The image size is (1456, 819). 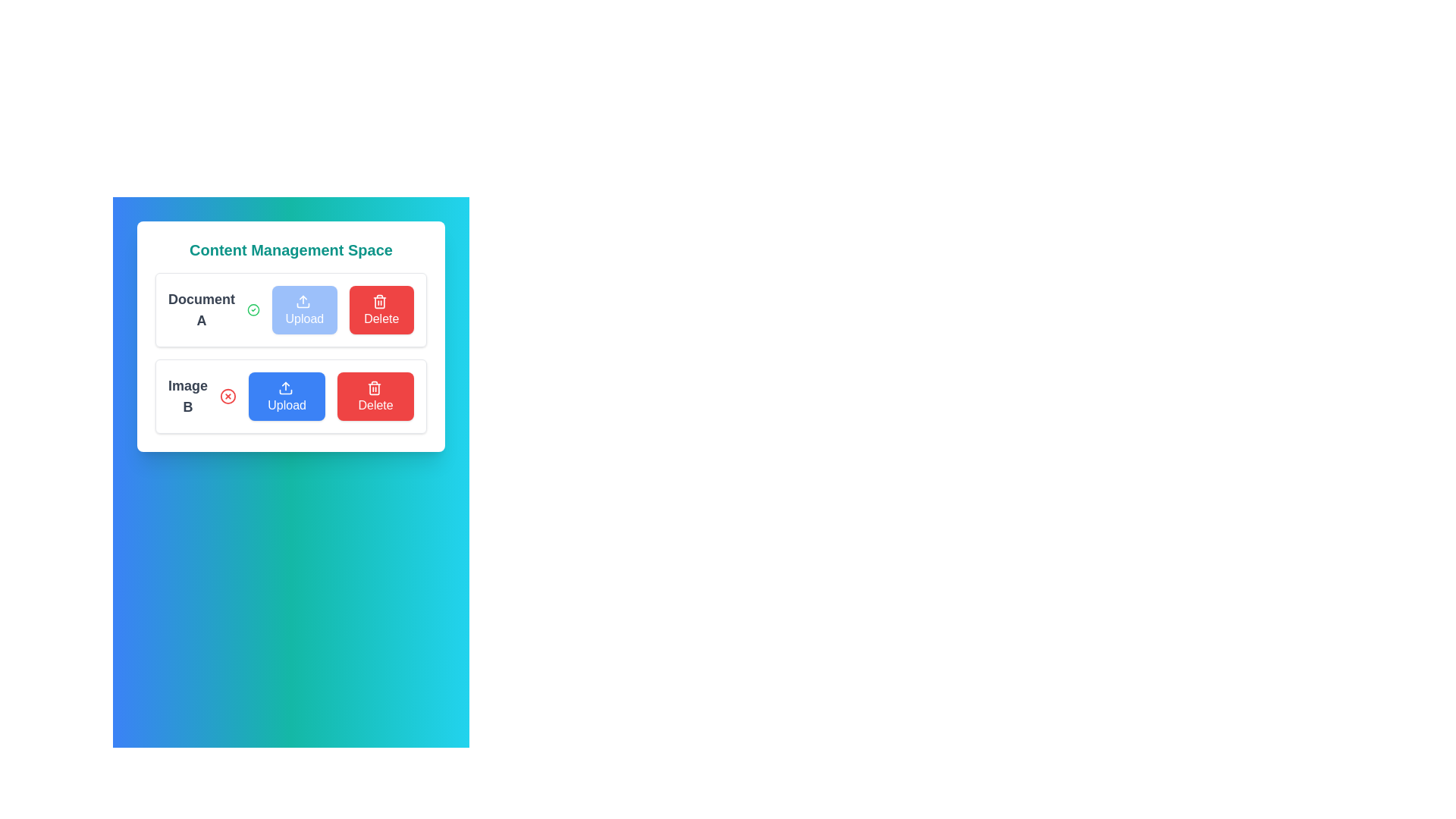 I want to click on the rectangular blue 'Upload' button with a white upward arrow icon, located to the right of 'Document A' and adjacent to the red 'Delete' button, so click(x=303, y=309).